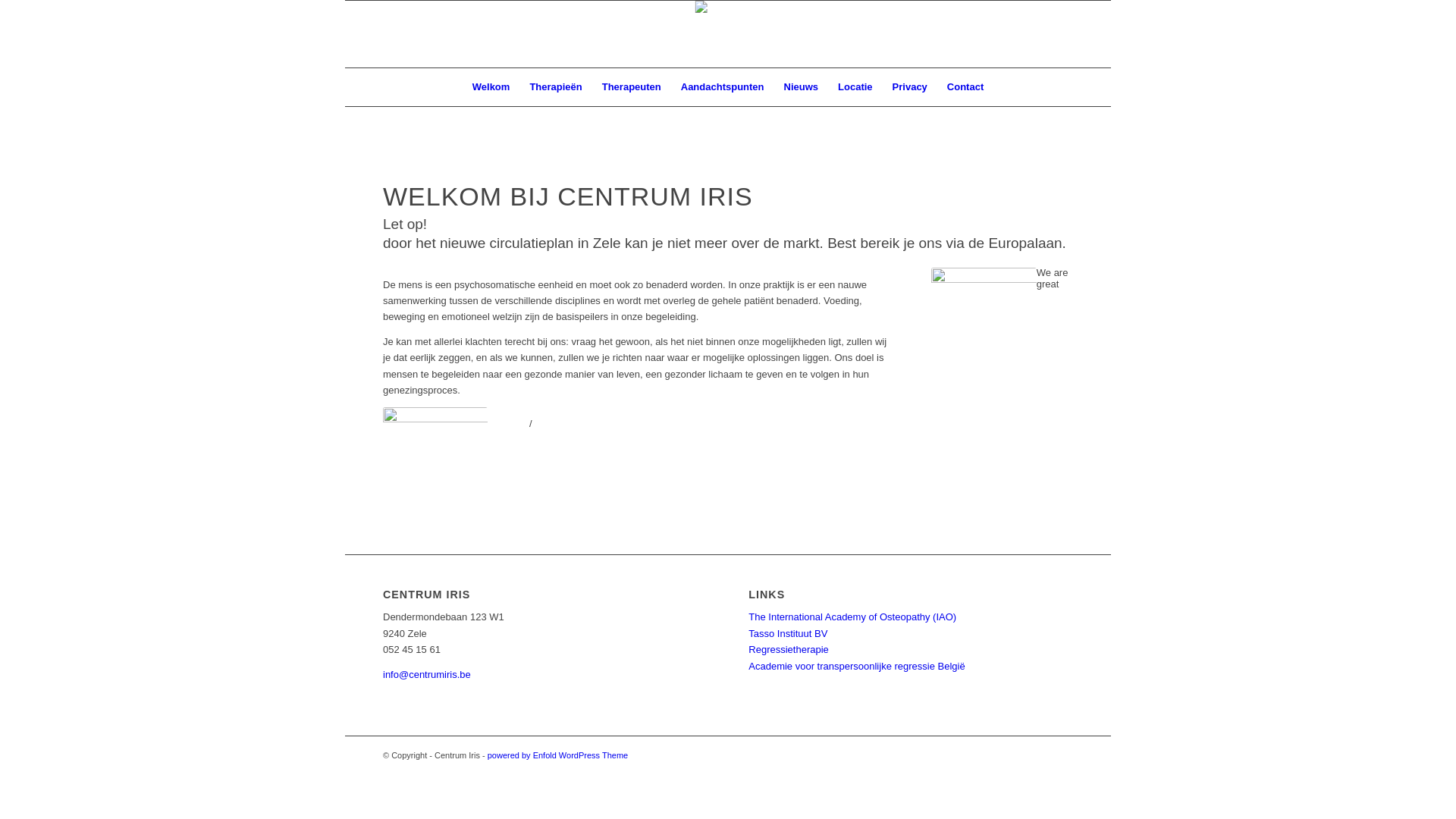 The width and height of the screenshot is (1456, 819). What do you see at coordinates (425, 673) in the screenshot?
I see `'info@centrumiris.be'` at bounding box center [425, 673].